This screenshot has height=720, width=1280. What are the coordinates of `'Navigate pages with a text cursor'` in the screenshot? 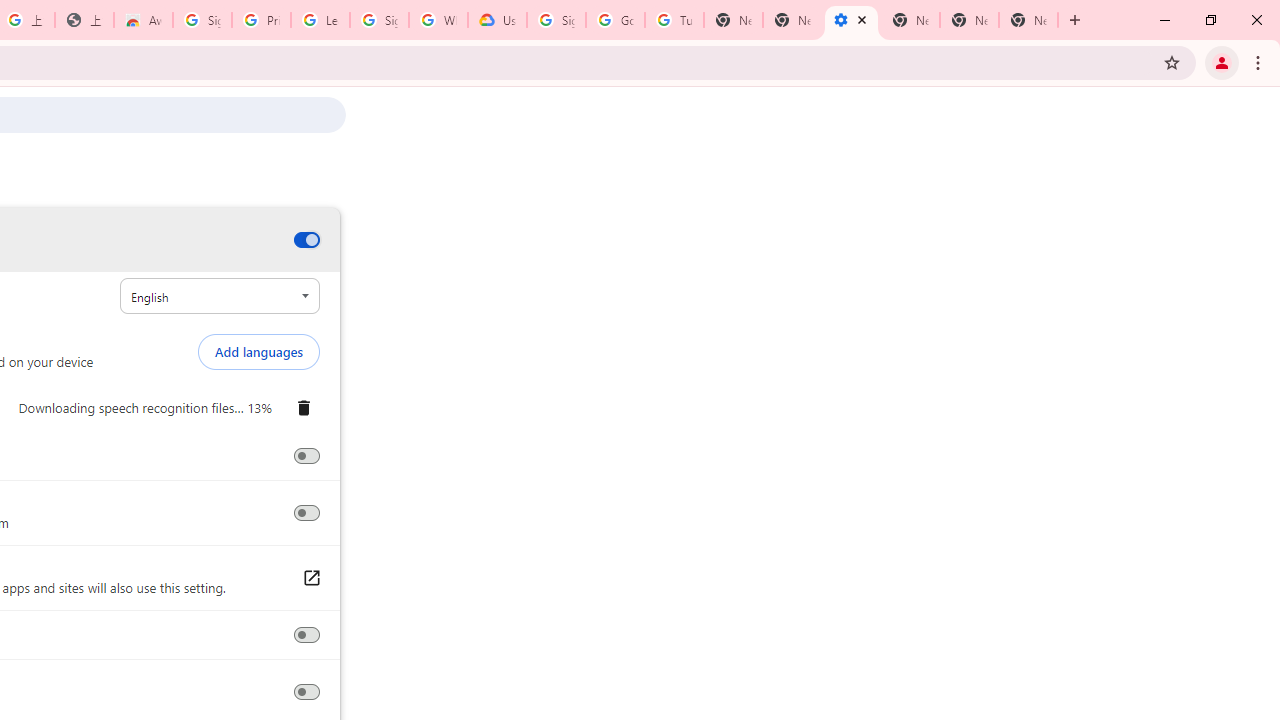 It's located at (305, 691).